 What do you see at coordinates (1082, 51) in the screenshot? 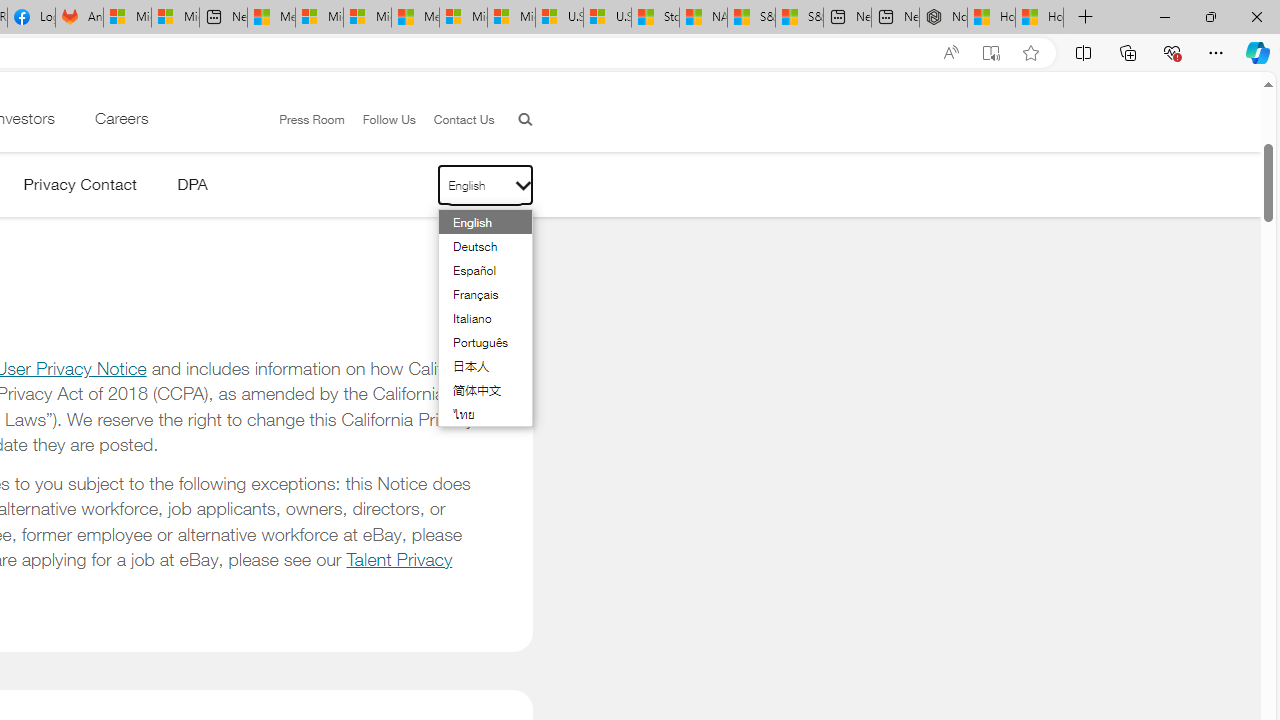
I see `'Split screen'` at bounding box center [1082, 51].